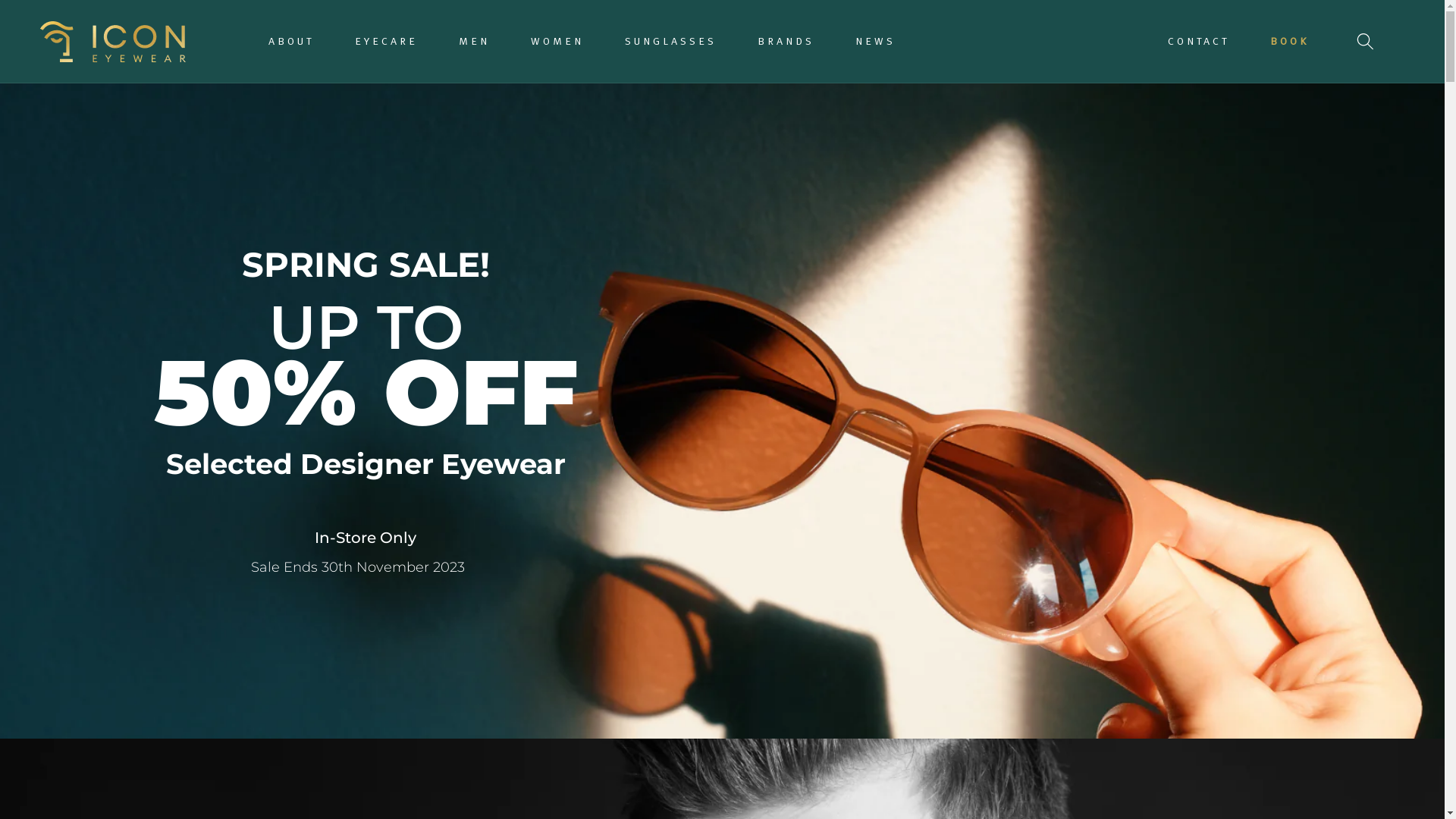 This screenshot has width=1456, height=819. What do you see at coordinates (473, 40) in the screenshot?
I see `'MEN'` at bounding box center [473, 40].